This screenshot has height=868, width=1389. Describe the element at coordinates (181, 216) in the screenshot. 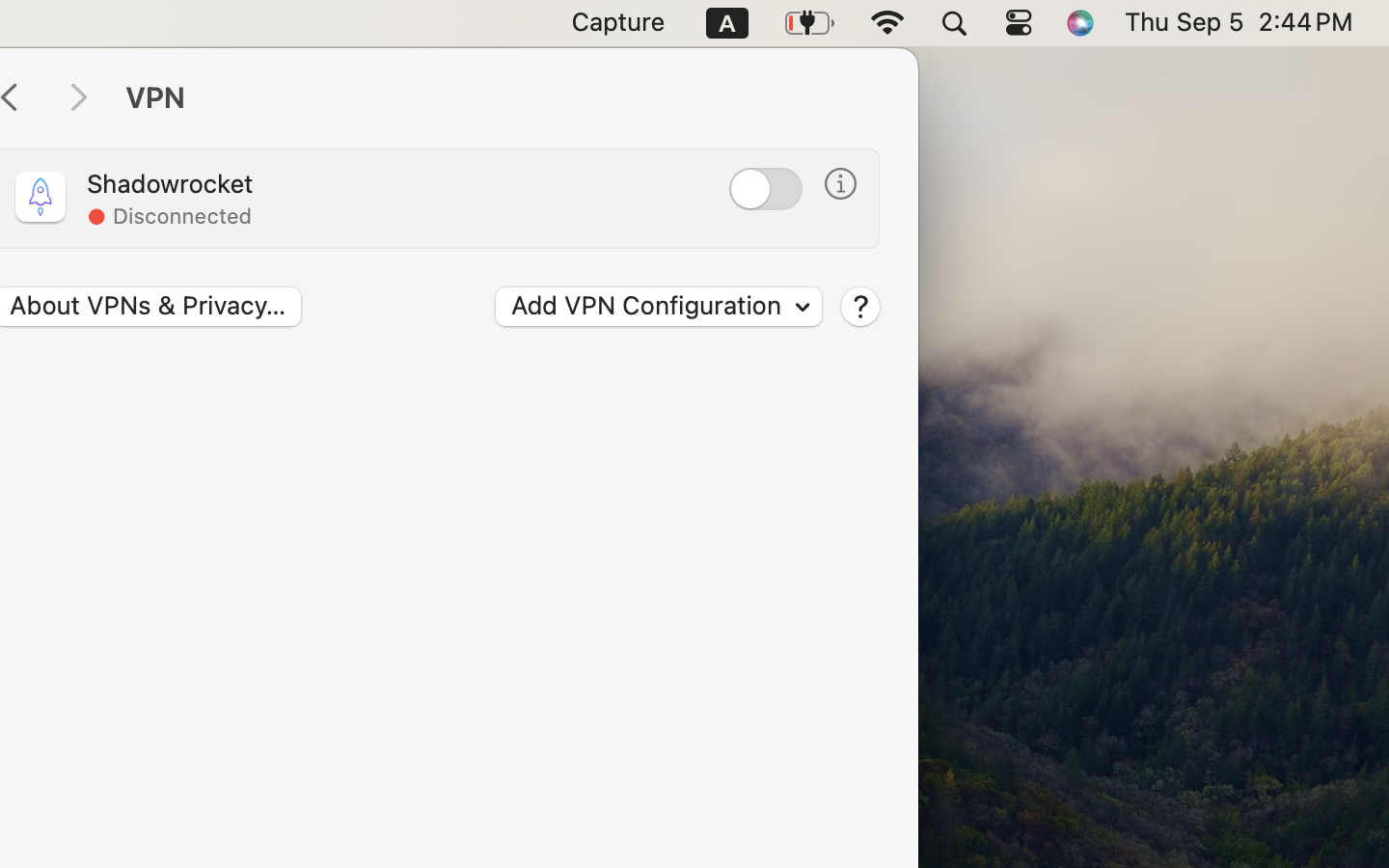

I see `'Disconnected'` at that location.